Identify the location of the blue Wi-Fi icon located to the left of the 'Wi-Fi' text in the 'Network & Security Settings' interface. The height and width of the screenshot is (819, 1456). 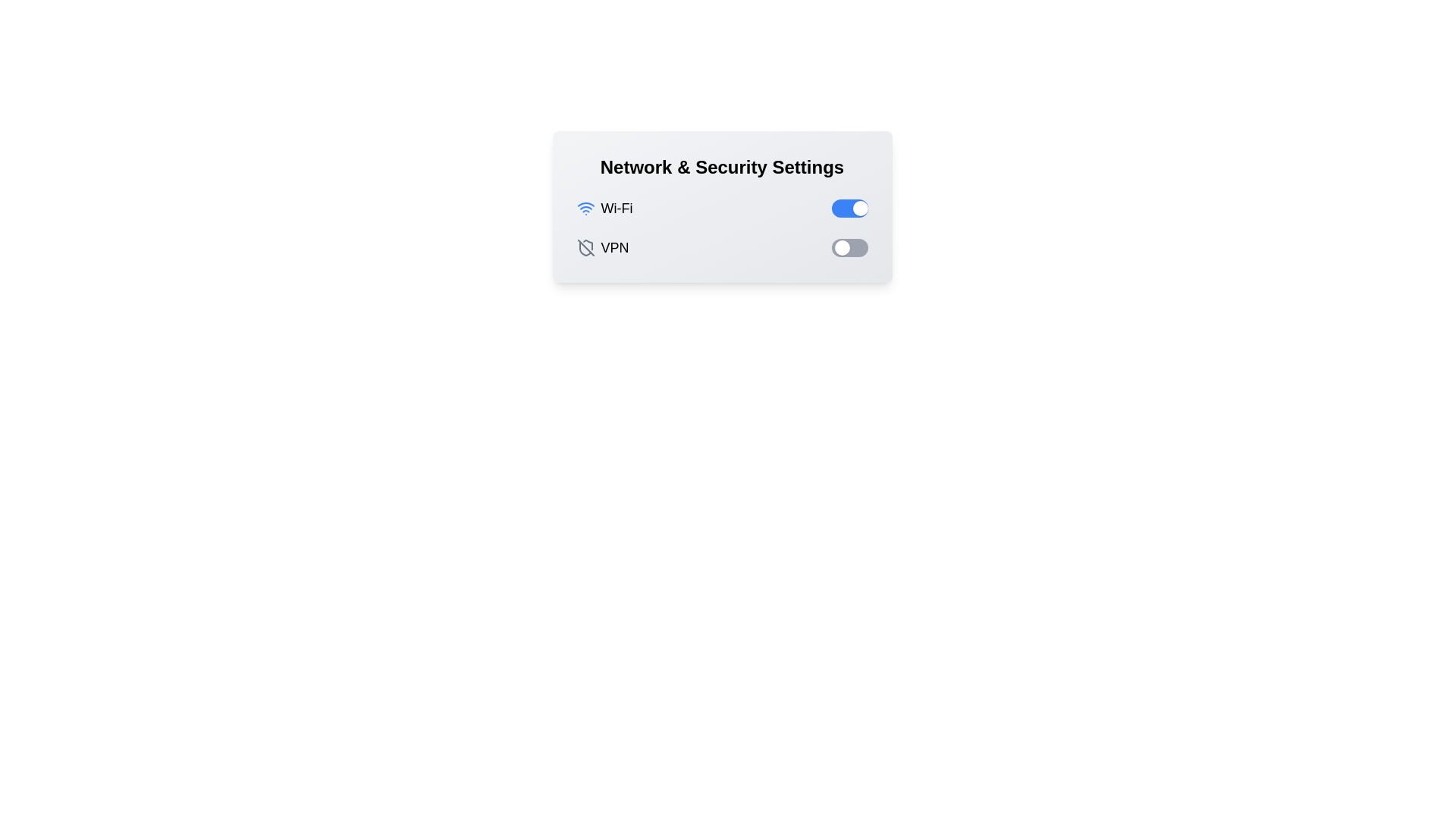
(585, 208).